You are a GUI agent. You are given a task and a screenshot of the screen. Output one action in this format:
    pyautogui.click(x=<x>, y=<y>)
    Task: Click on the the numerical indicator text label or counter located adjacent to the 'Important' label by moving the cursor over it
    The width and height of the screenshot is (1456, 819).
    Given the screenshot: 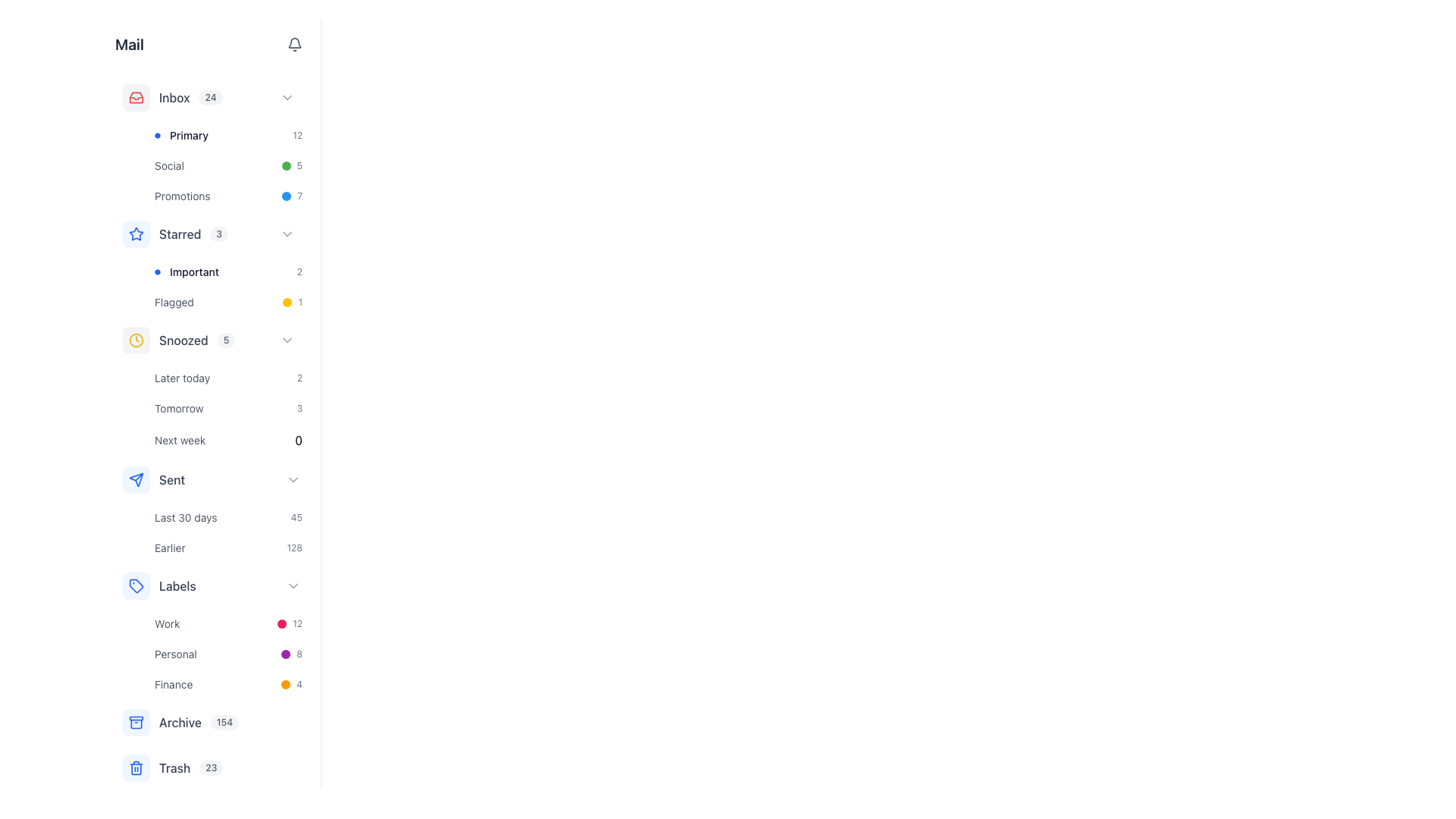 What is the action you would take?
    pyautogui.click(x=300, y=271)
    